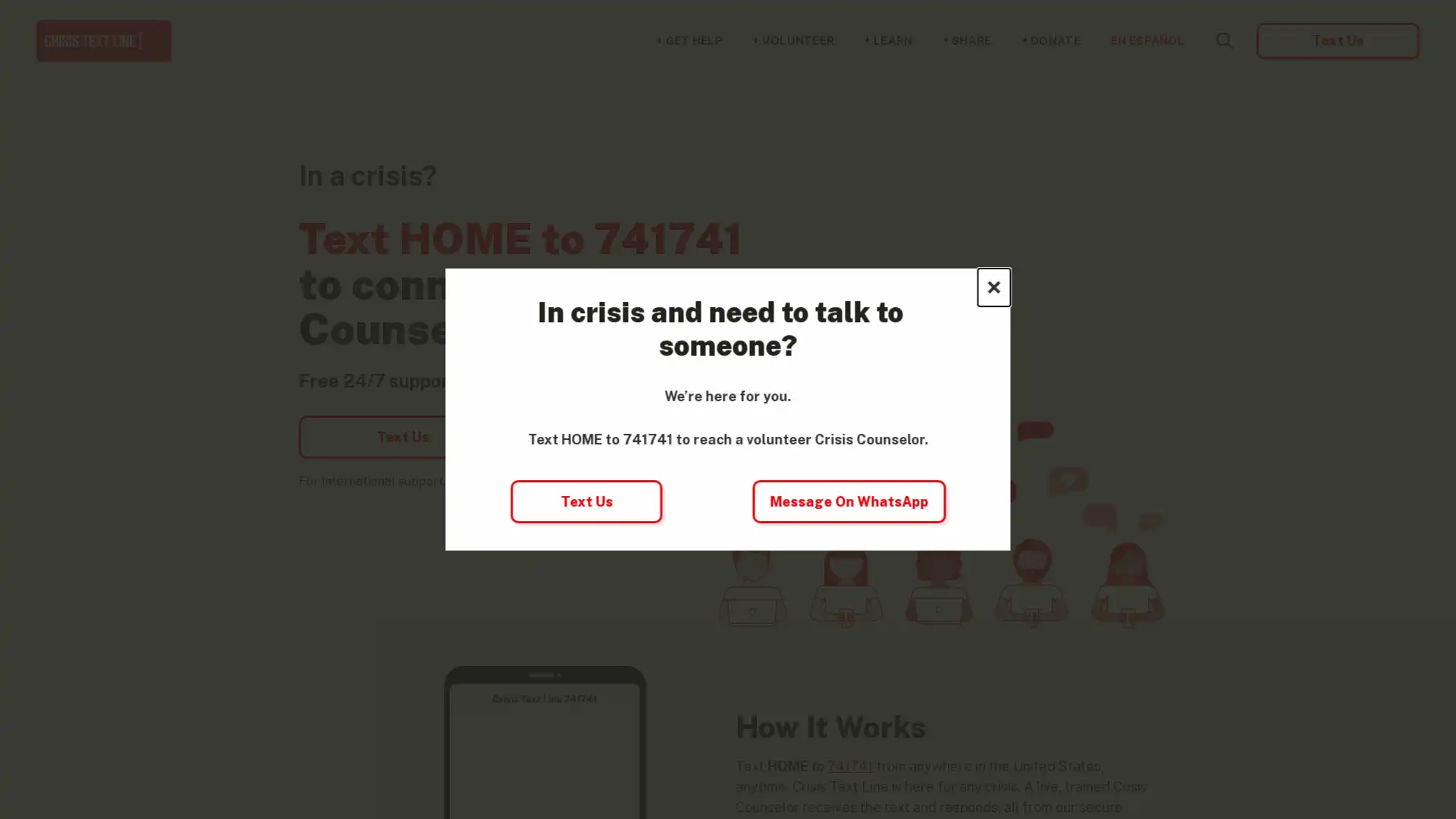  What do you see at coordinates (1224, 40) in the screenshot?
I see `Search` at bounding box center [1224, 40].